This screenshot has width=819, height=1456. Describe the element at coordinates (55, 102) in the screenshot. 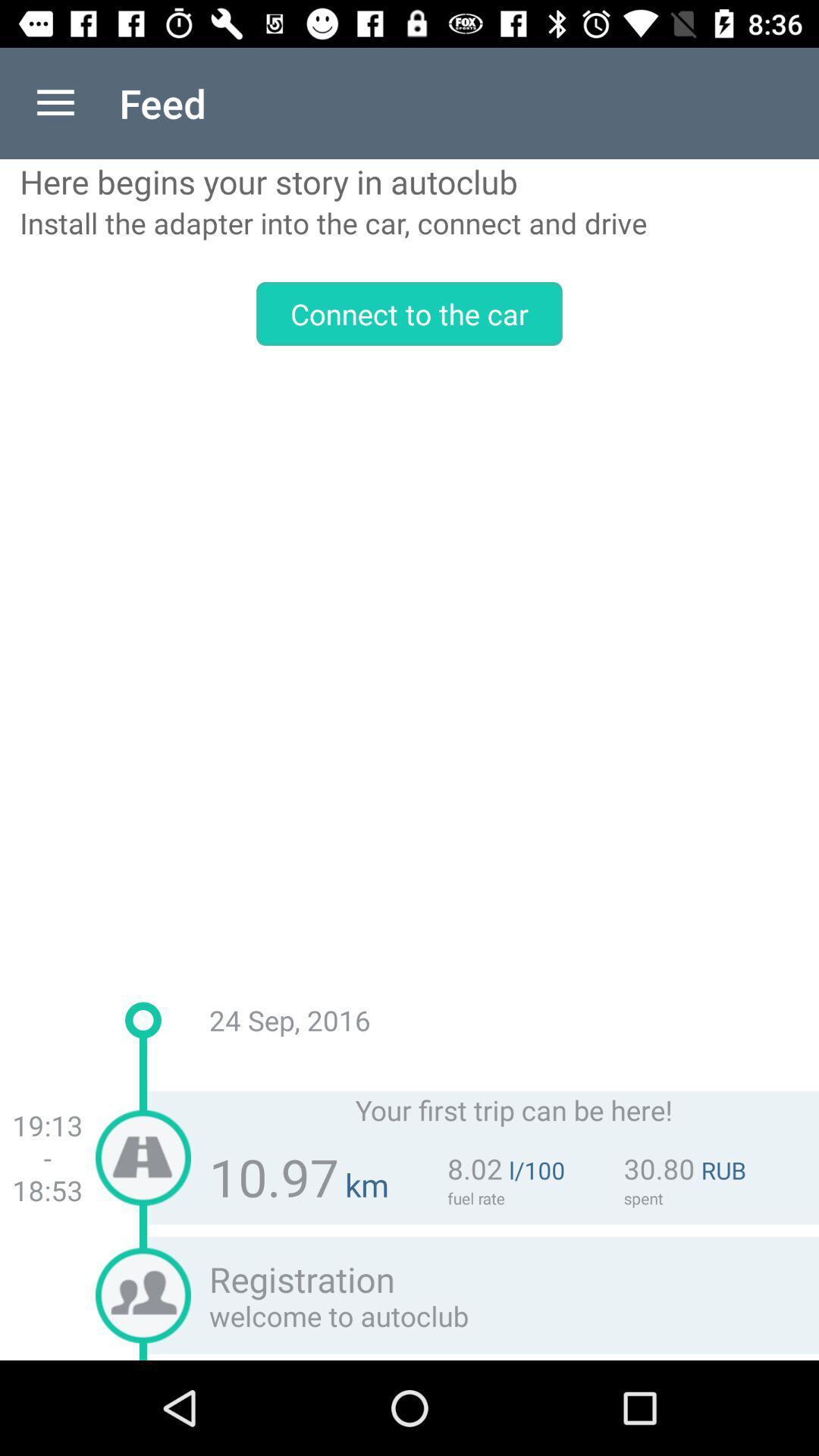

I see `the icon to the left of feed app` at that location.